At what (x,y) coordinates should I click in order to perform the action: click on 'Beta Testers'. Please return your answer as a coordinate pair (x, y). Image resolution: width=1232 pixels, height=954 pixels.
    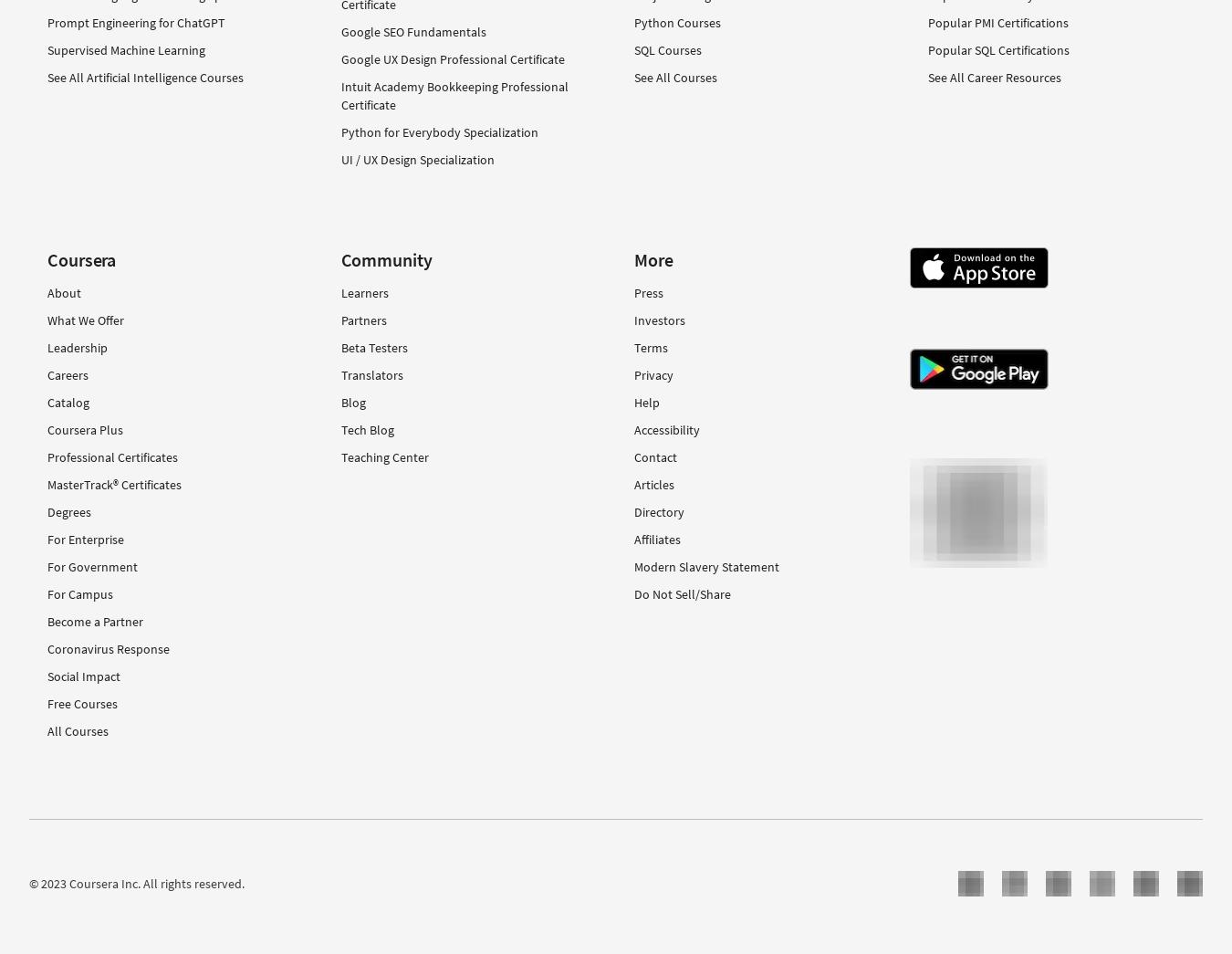
    Looking at the image, I should click on (373, 345).